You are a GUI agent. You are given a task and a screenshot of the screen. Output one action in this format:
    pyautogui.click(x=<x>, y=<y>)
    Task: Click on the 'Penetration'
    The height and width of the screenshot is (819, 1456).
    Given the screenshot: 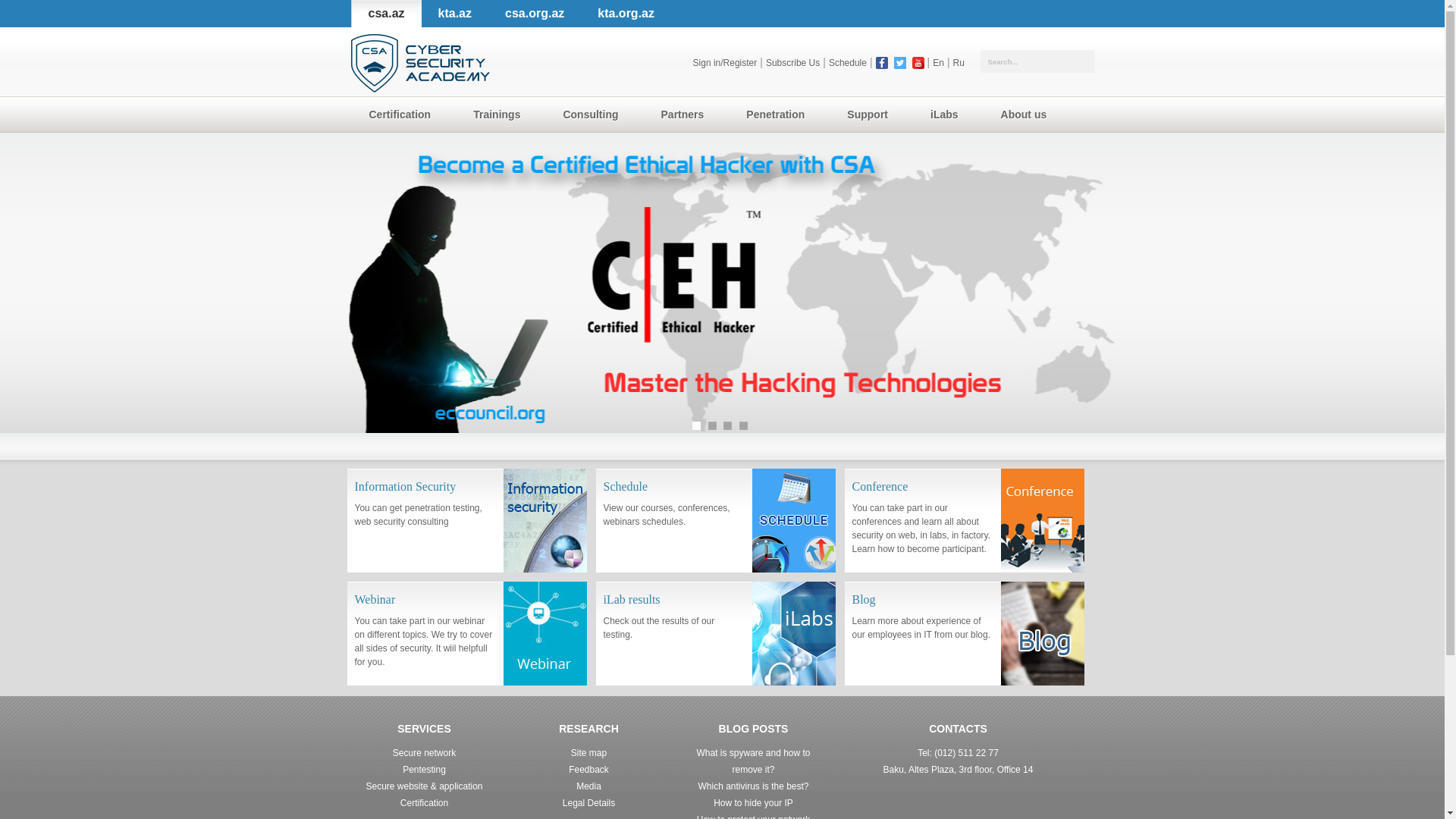 What is the action you would take?
    pyautogui.click(x=778, y=114)
    